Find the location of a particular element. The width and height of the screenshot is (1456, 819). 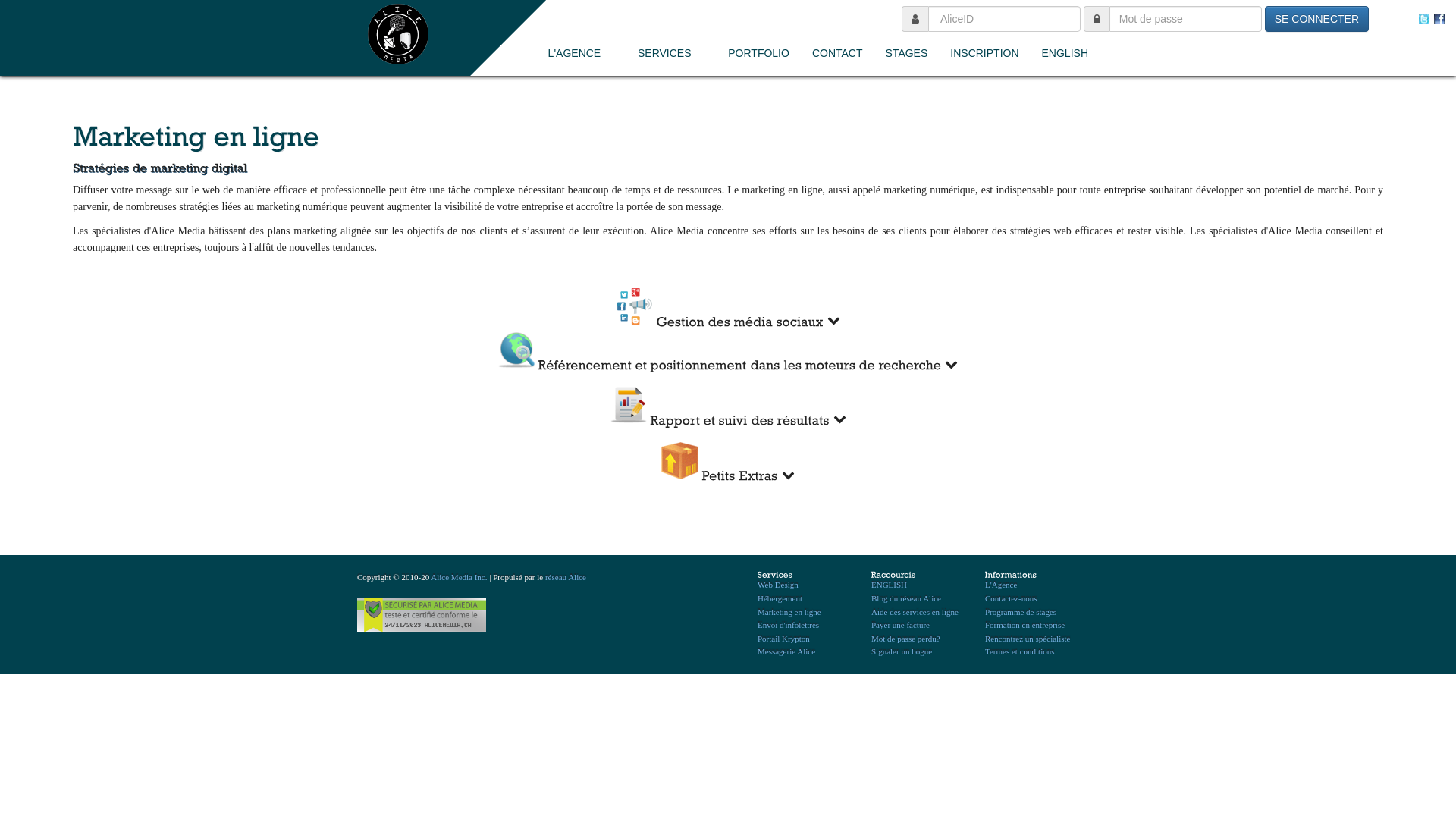

'SERVICES' is located at coordinates (670, 52).